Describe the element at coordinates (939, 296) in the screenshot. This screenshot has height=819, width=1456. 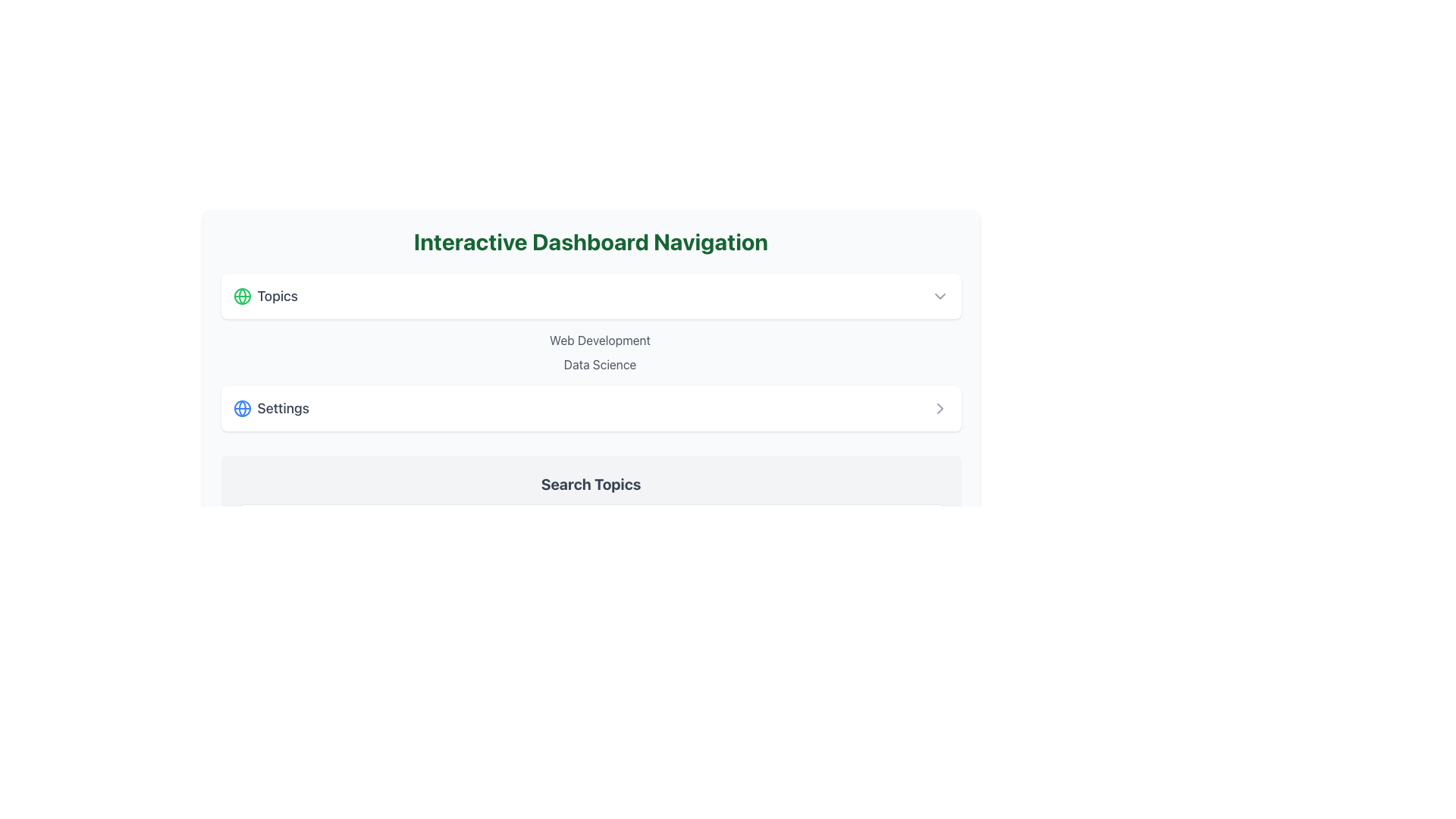
I see `the chevron icon on the far-right side of the 'Topics' row` at that location.